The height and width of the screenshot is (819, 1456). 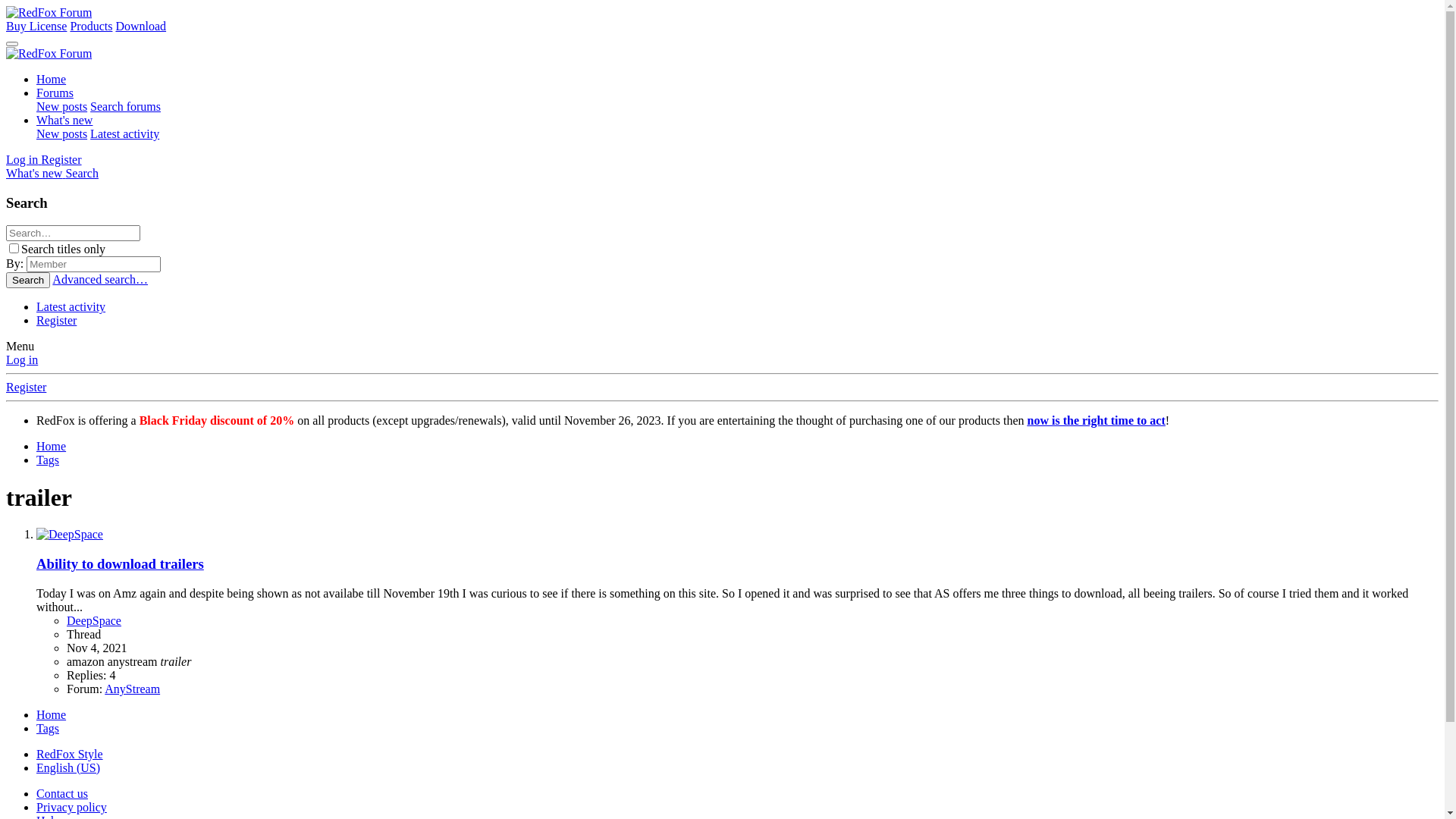 What do you see at coordinates (61, 792) in the screenshot?
I see `'Contact us'` at bounding box center [61, 792].